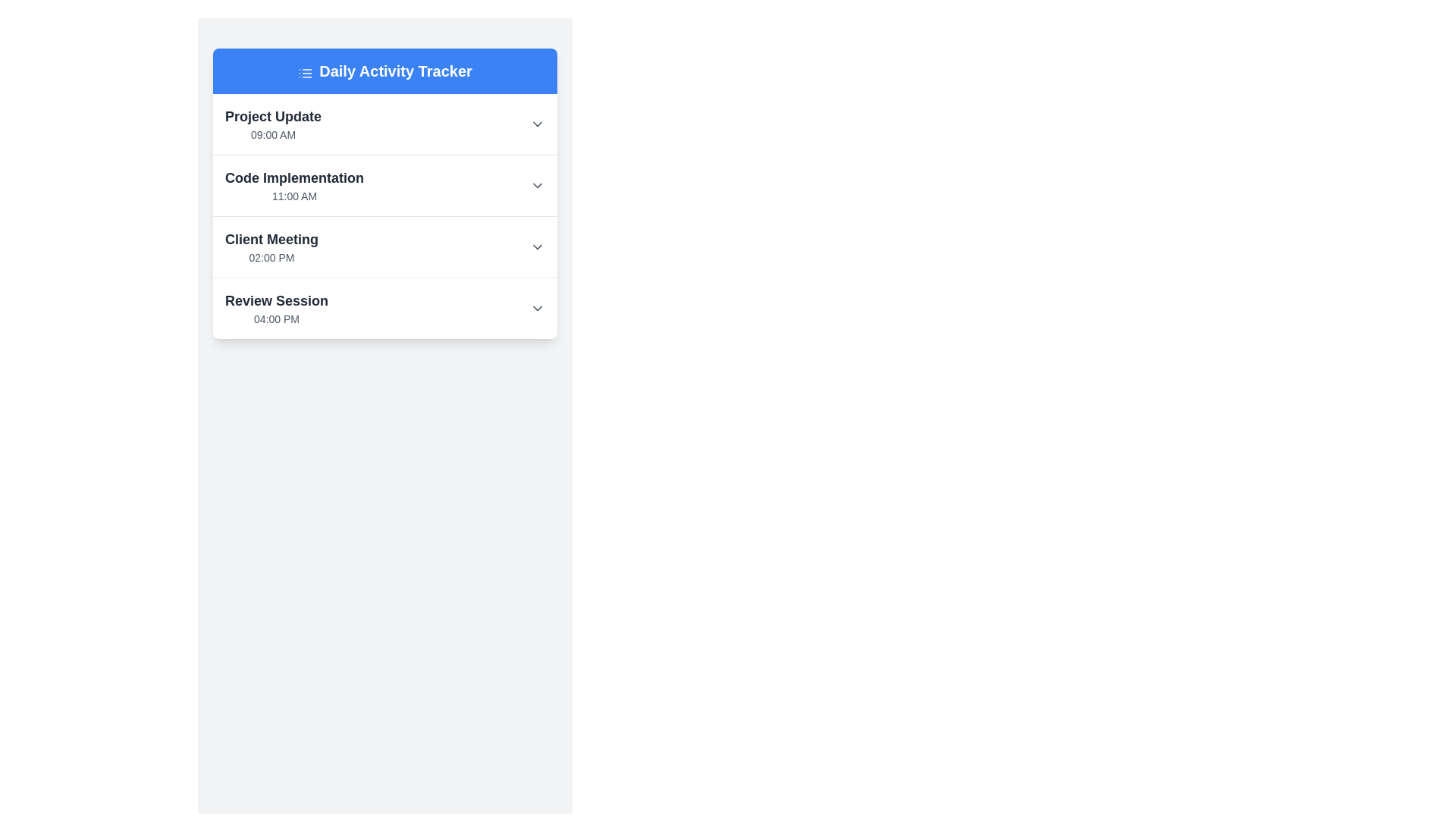  Describe the element at coordinates (273, 124) in the screenshot. I see `the text item titled 'Project Update' which displays '09:00 AM' beneath it in the Daily Activity Tracker list` at that location.